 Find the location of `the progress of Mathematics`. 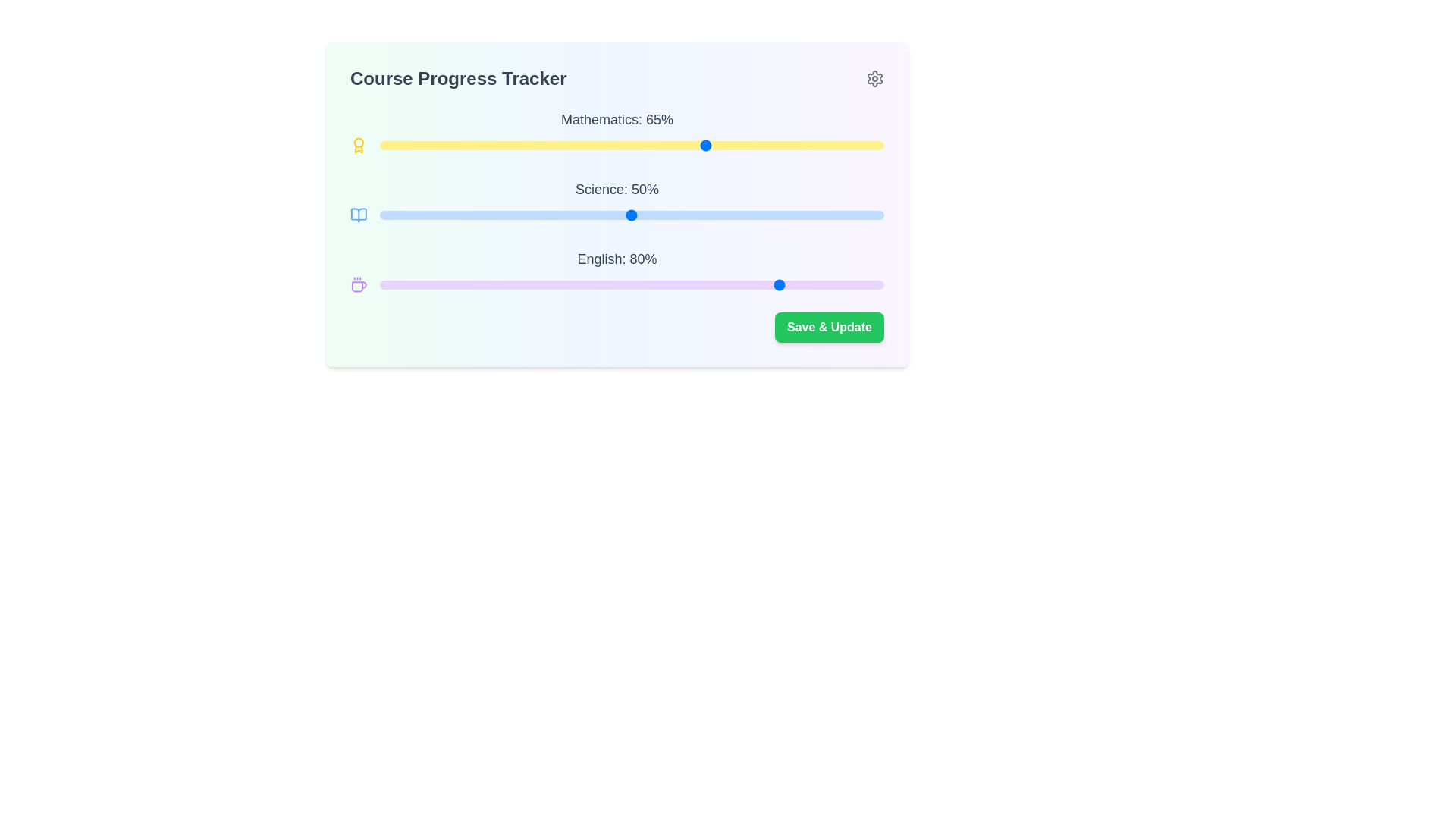

the progress of Mathematics is located at coordinates (444, 146).